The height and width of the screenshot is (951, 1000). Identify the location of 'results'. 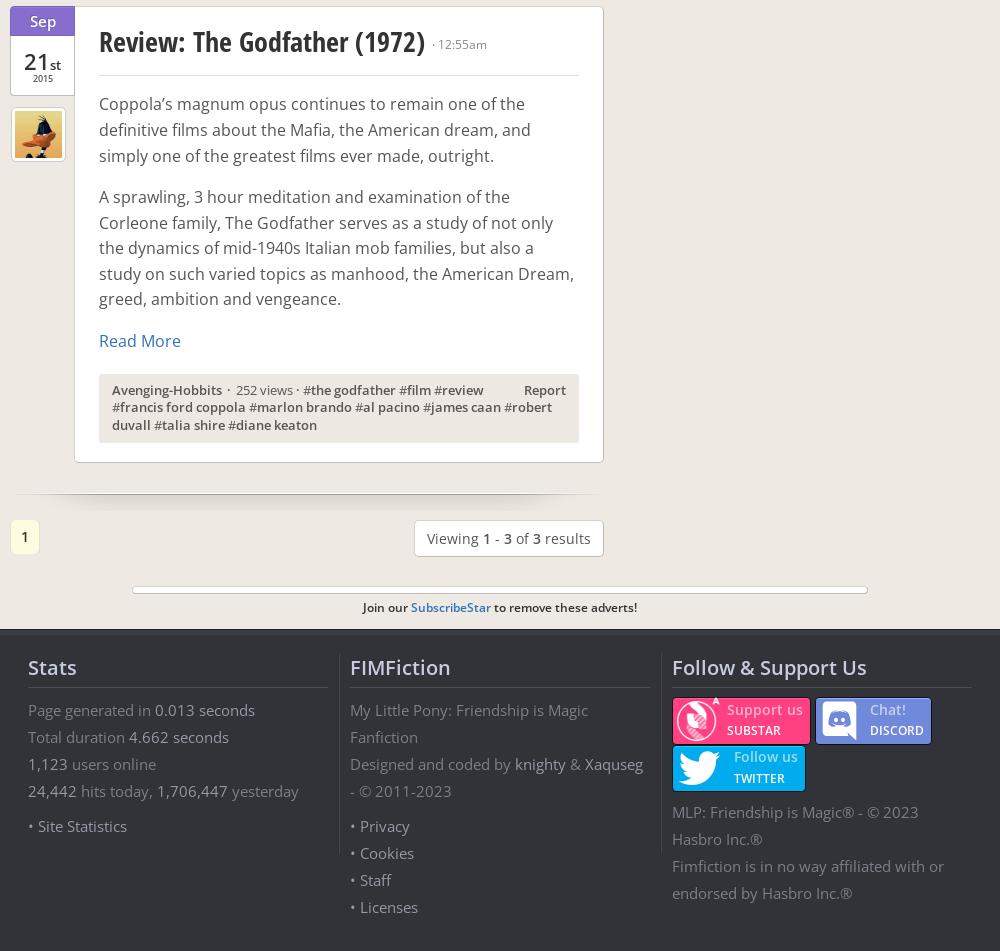
(565, 537).